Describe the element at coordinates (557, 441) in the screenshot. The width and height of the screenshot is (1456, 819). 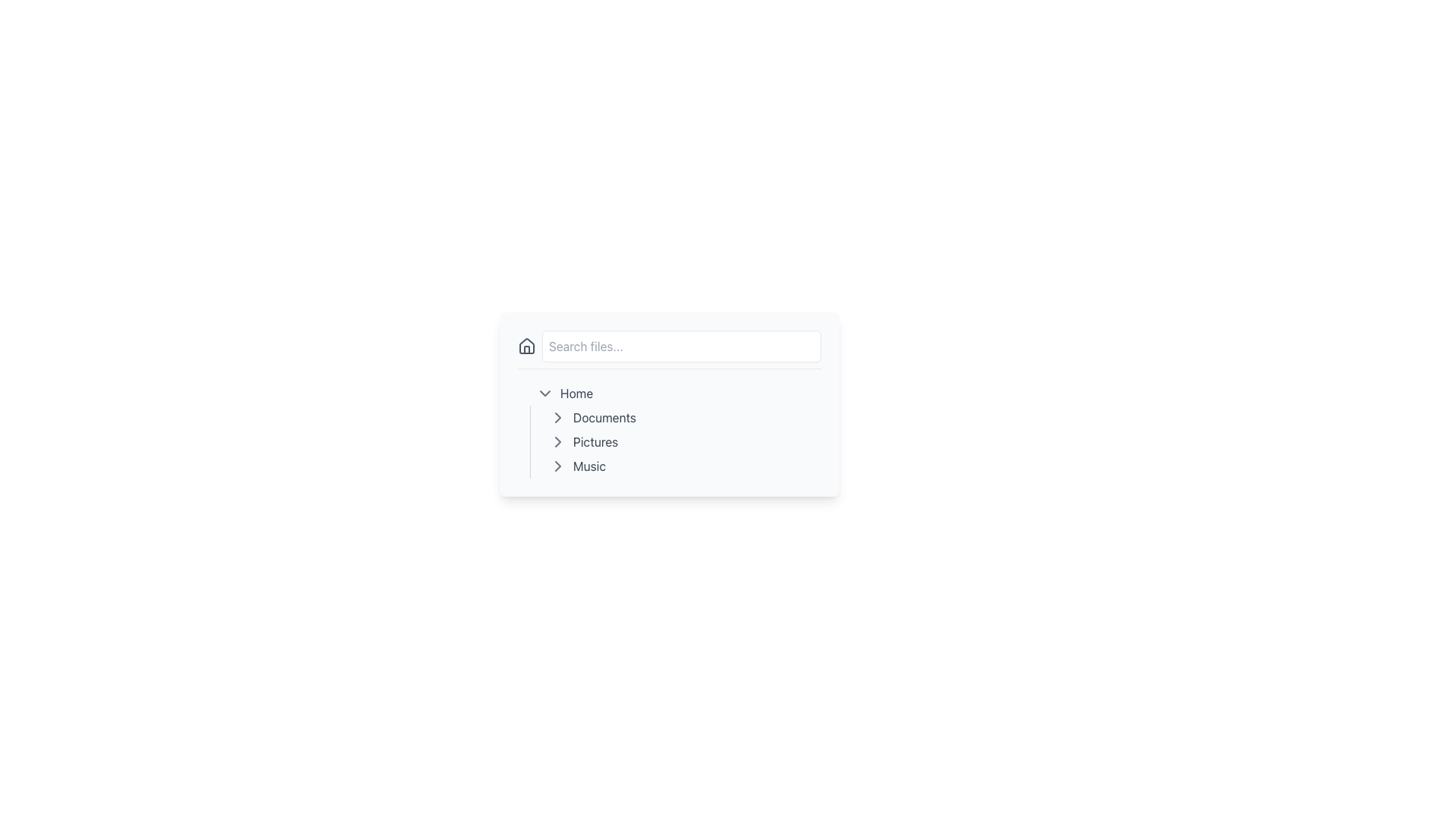
I see `the rightward-pointing chevron icon next to the 'Pictures' text in the vertical menu` at that location.